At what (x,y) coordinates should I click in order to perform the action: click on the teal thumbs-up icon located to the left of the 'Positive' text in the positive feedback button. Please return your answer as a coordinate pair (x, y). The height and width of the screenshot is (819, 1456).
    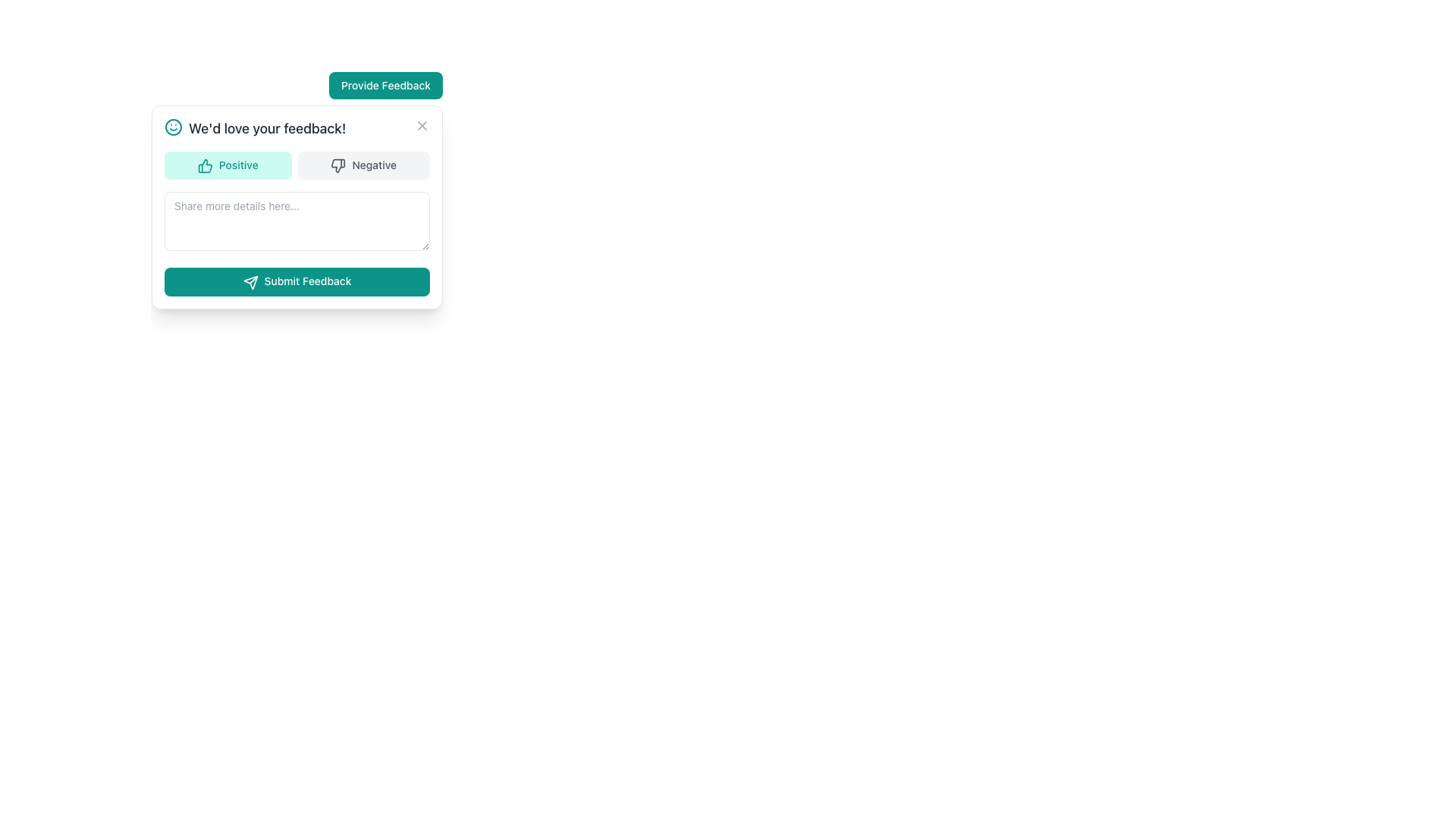
    Looking at the image, I should click on (204, 166).